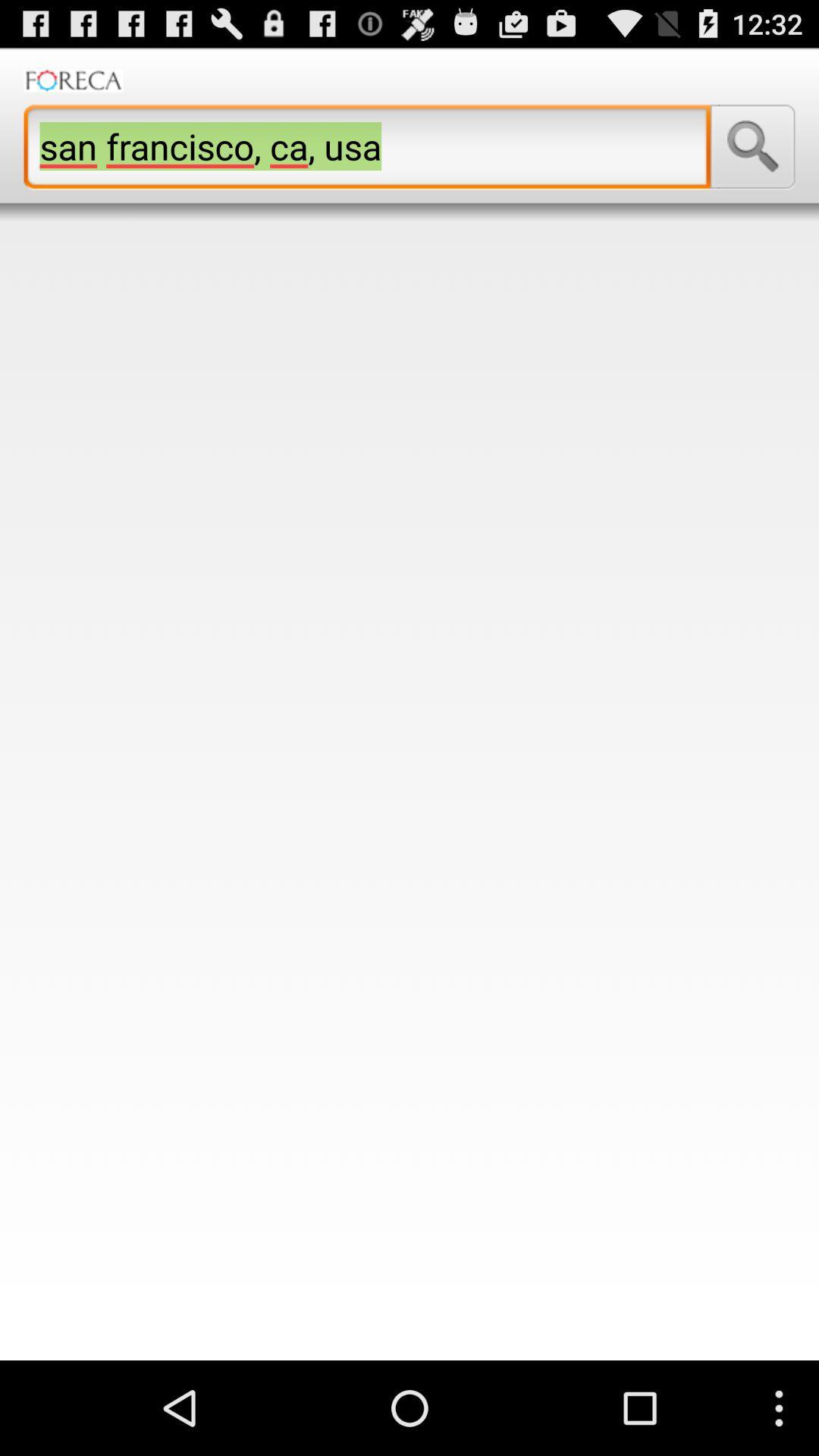  What do you see at coordinates (752, 146) in the screenshot?
I see `search` at bounding box center [752, 146].